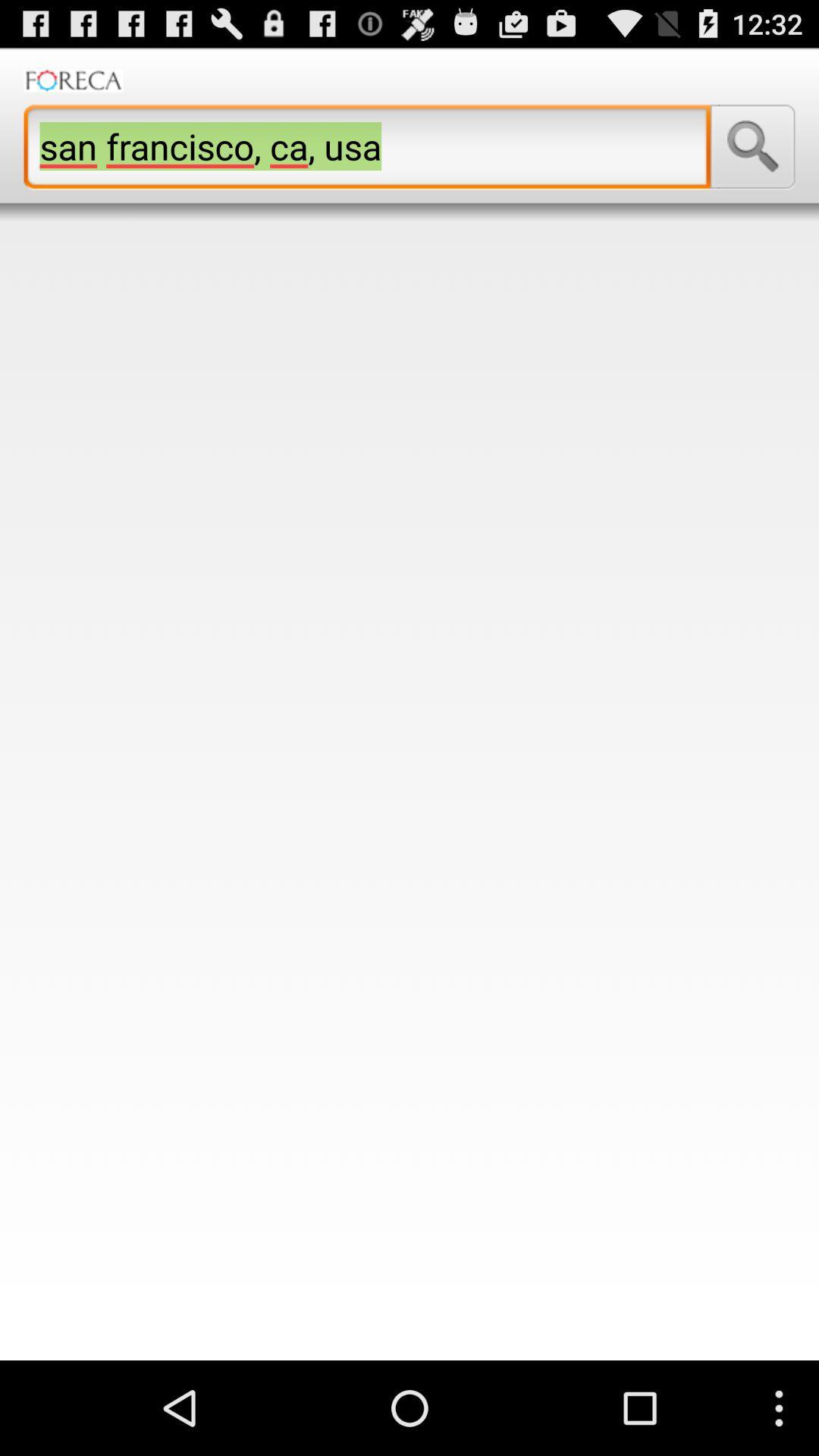  What do you see at coordinates (752, 146) in the screenshot?
I see `search` at bounding box center [752, 146].